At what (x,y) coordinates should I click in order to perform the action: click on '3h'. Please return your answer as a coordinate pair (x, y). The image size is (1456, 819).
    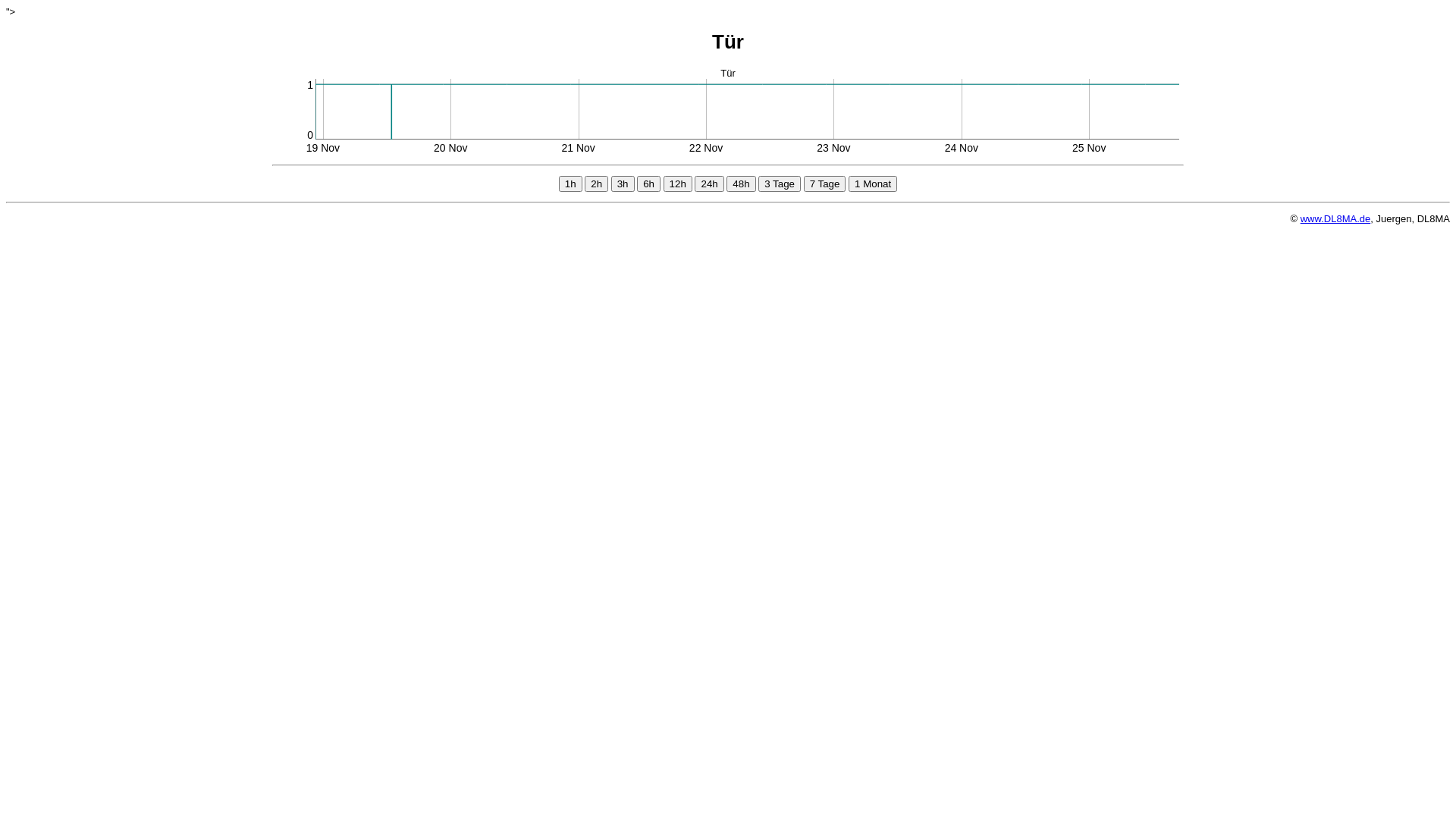
    Looking at the image, I should click on (623, 183).